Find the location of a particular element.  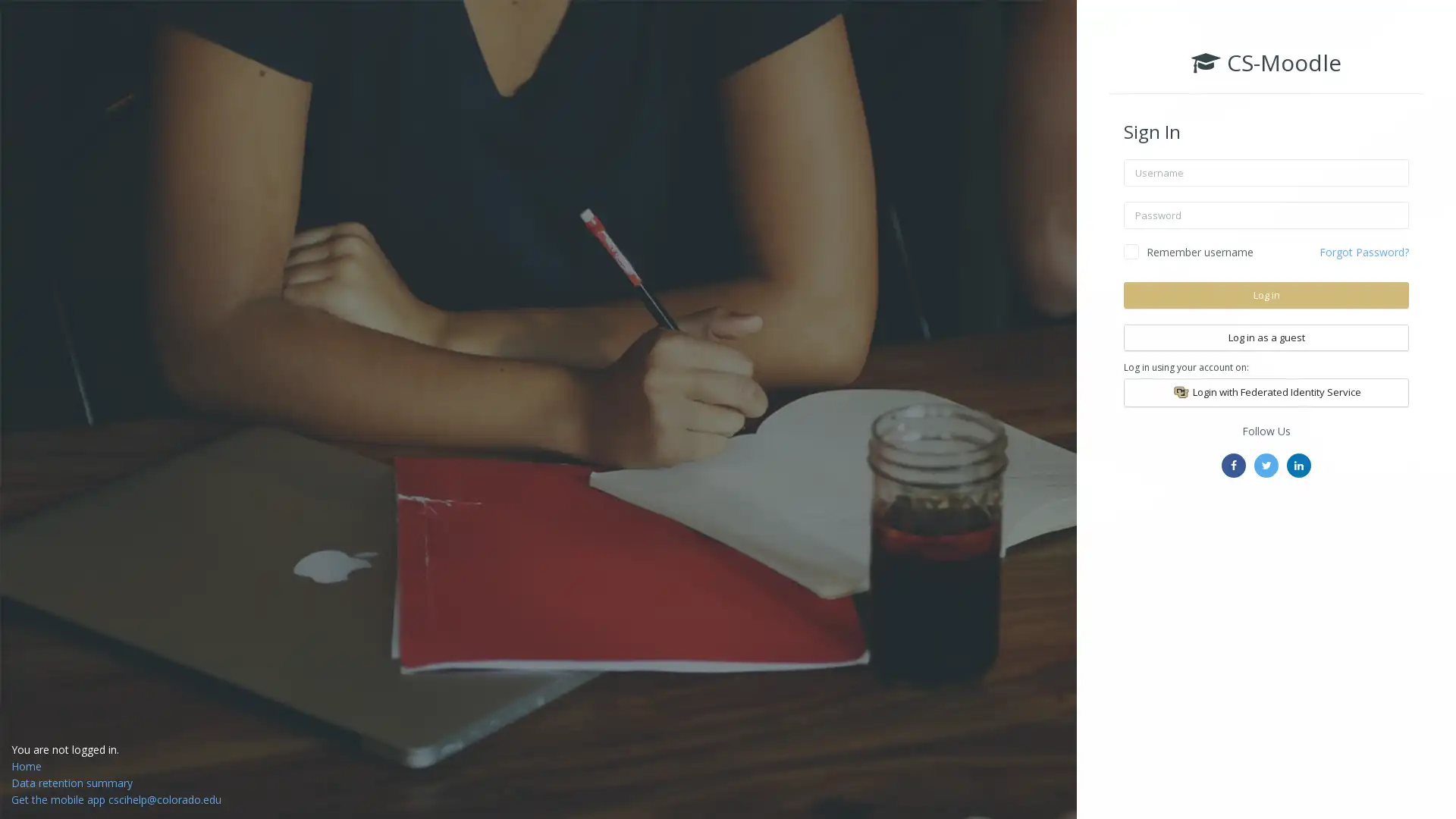

Log in is located at coordinates (1266, 295).